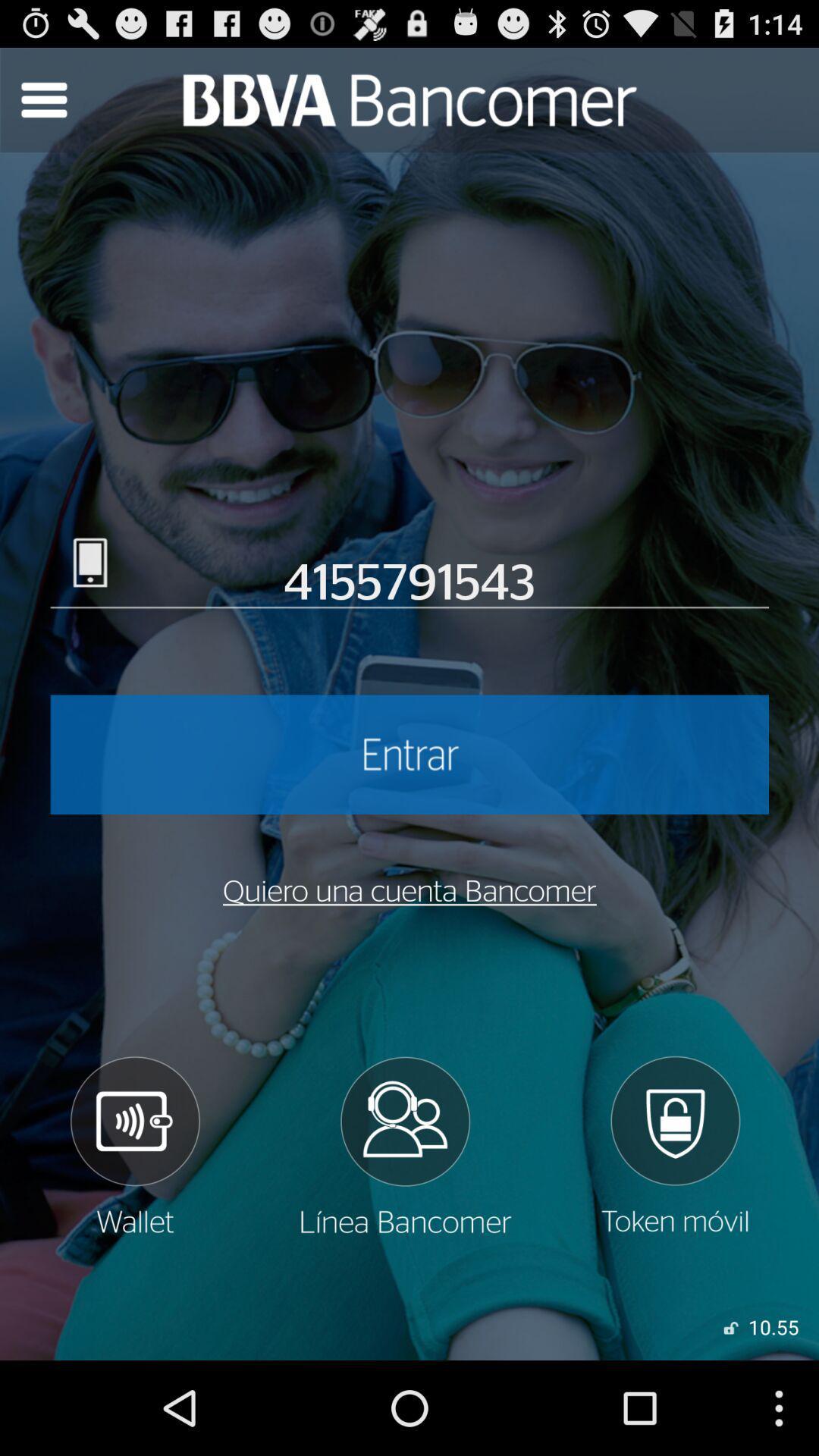  Describe the element at coordinates (674, 1146) in the screenshot. I see `log` at that location.